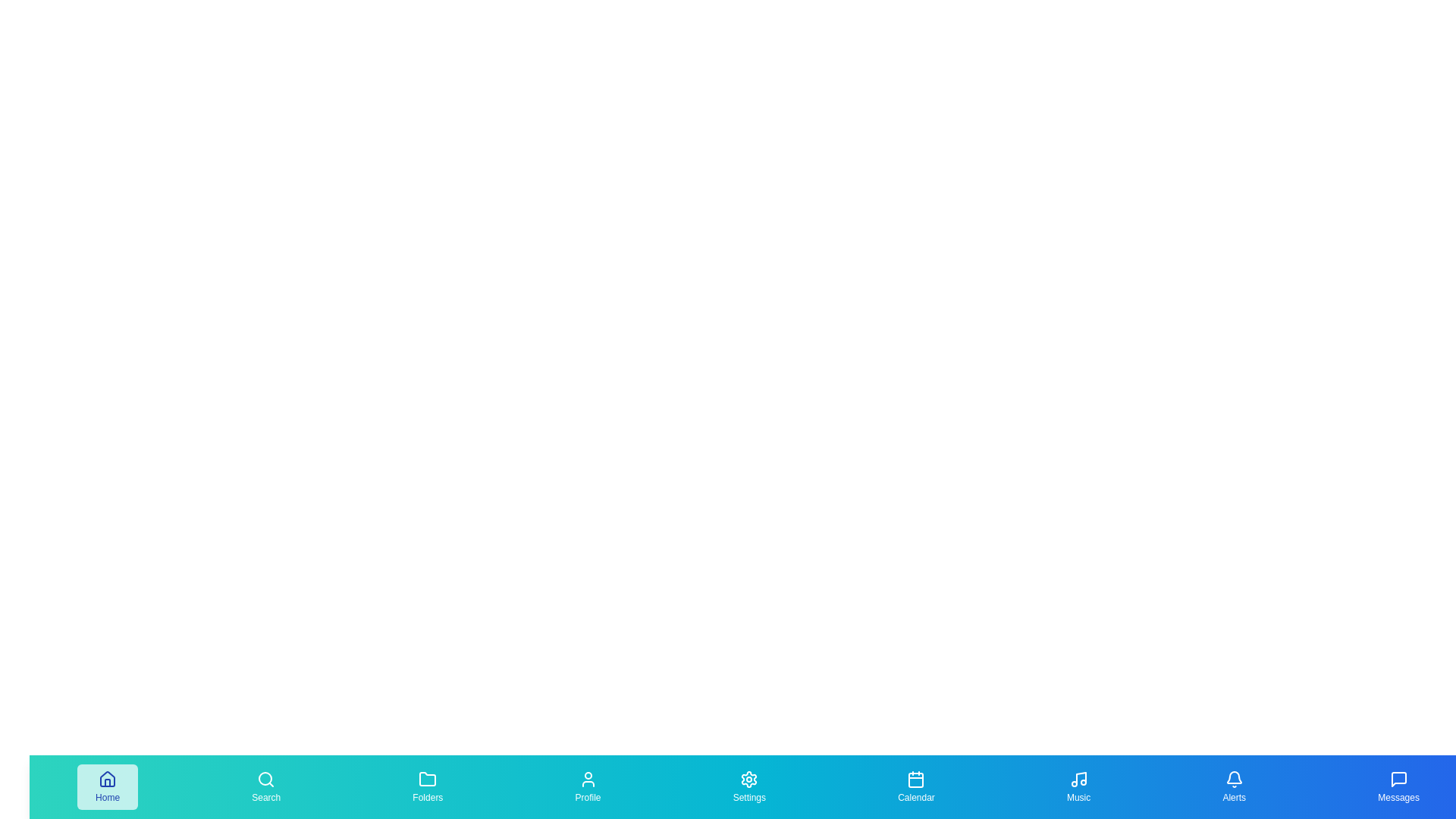 The width and height of the screenshot is (1456, 819). I want to click on the 'Messages' tab to activate it, so click(1398, 786).